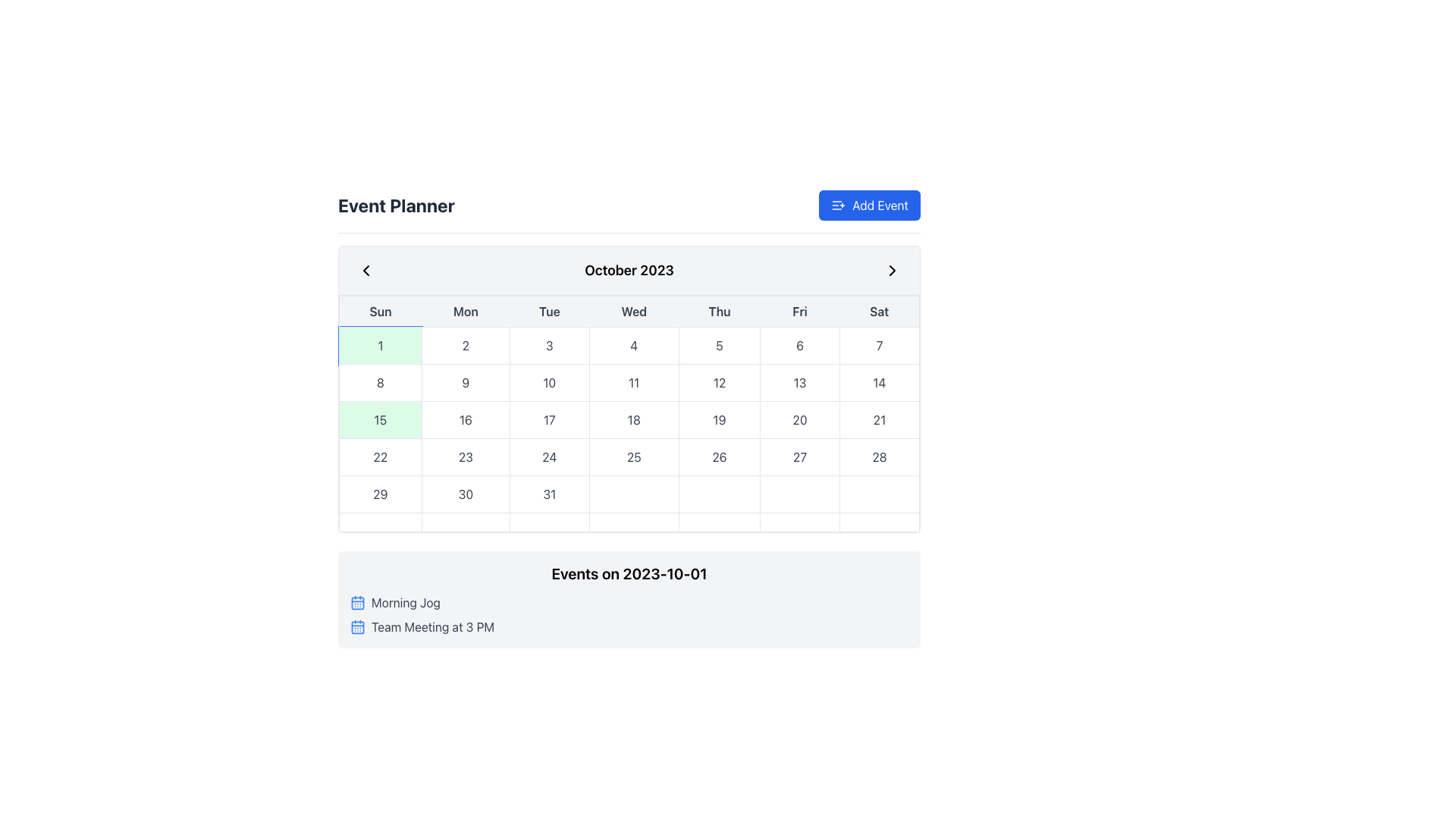 This screenshot has height=819, width=1456. Describe the element at coordinates (799, 345) in the screenshot. I see `the grid cell displaying the character '6' in a calendar layout` at that location.